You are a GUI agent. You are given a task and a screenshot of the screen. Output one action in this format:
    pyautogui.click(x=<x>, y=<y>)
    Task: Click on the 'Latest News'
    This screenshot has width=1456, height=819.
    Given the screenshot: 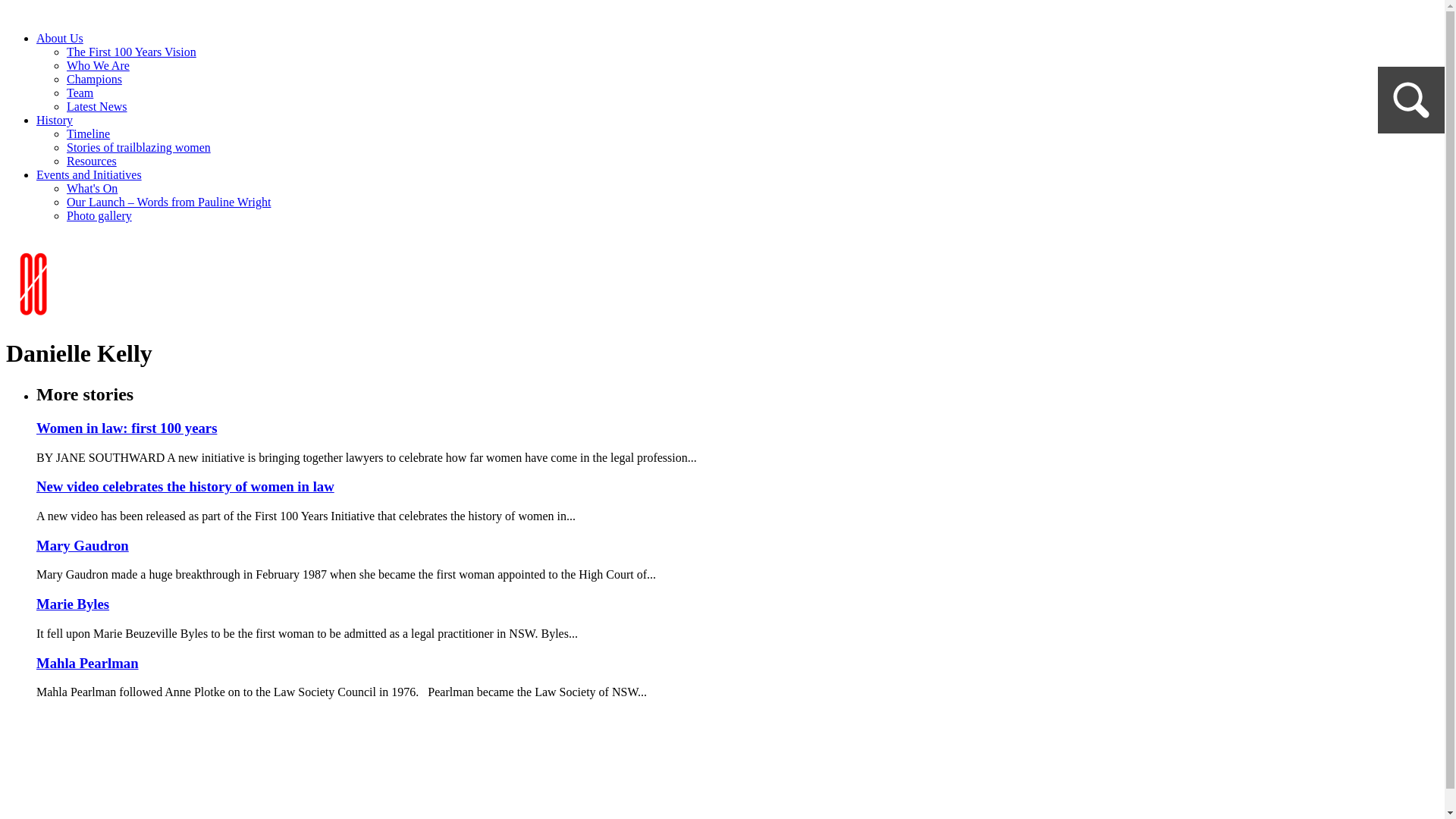 What is the action you would take?
    pyautogui.click(x=96, y=105)
    